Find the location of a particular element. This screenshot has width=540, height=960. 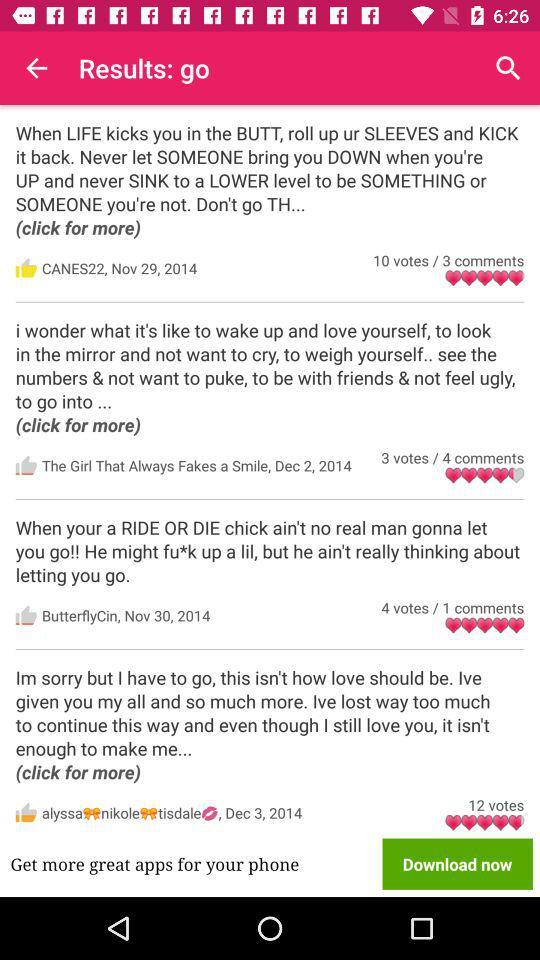

the icon next to get more great item is located at coordinates (457, 863).